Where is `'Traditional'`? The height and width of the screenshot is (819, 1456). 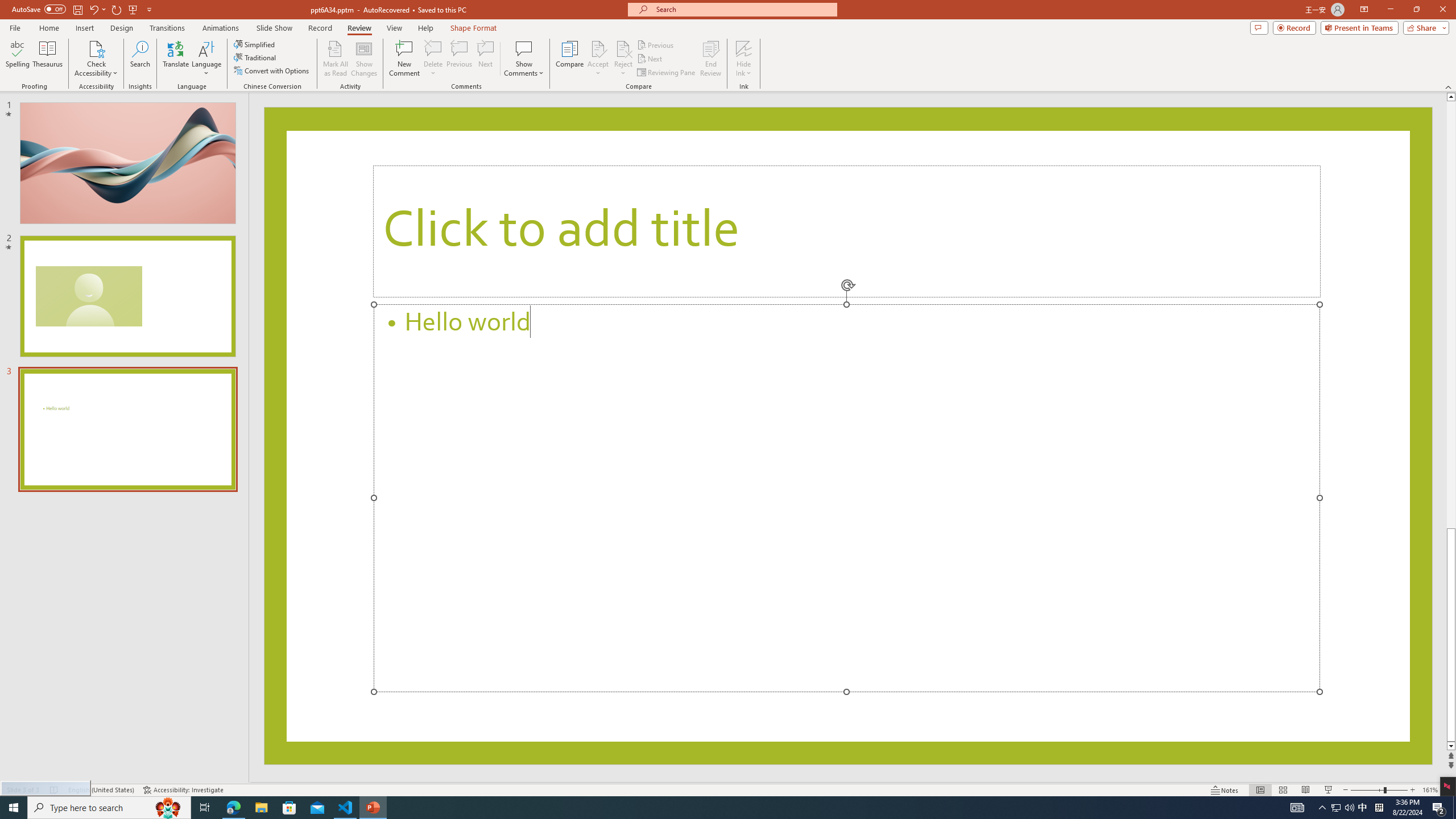 'Traditional' is located at coordinates (255, 56).